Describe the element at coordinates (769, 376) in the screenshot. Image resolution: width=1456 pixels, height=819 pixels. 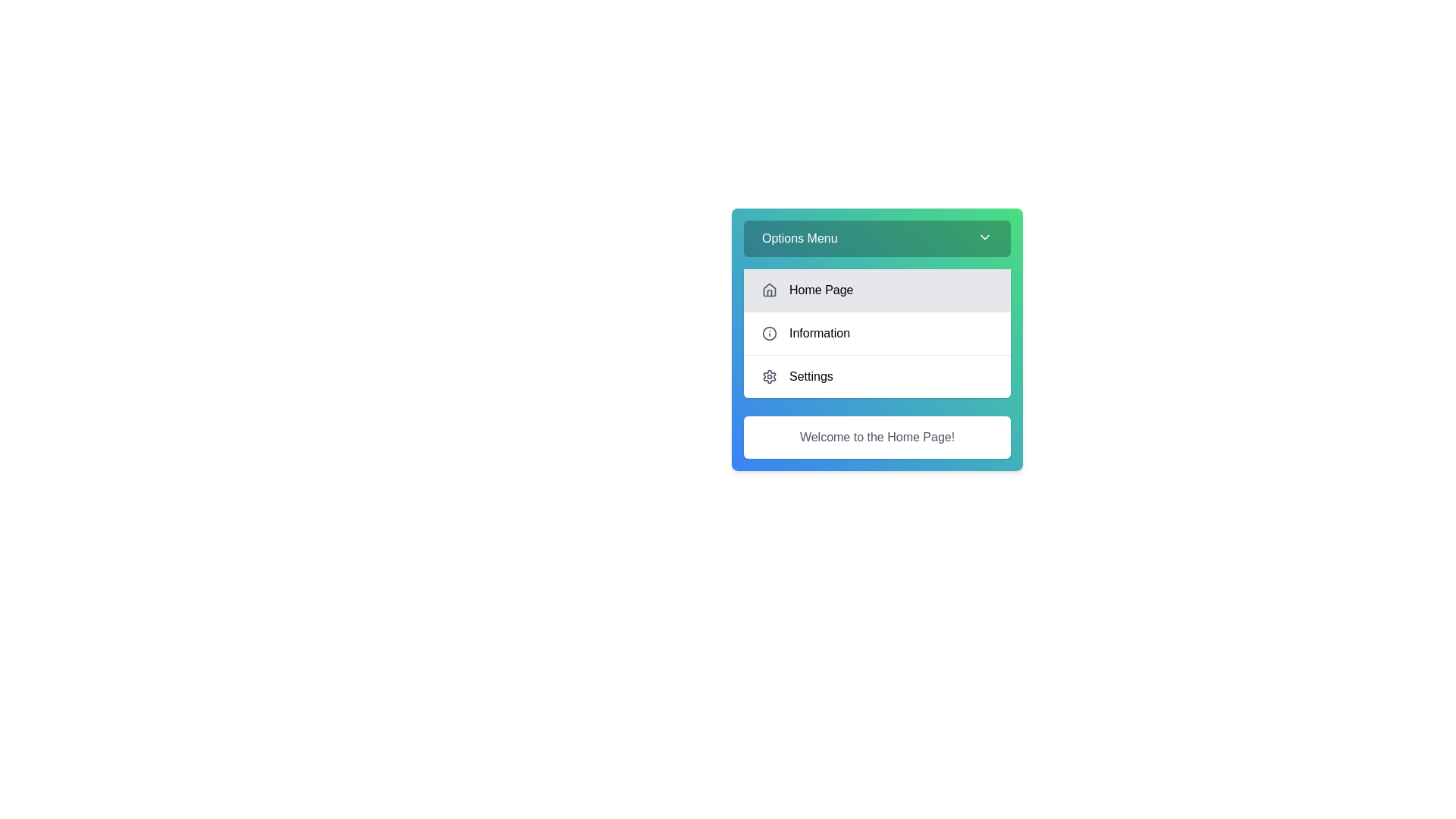
I see `the 'Settings' icon located to the left of the 'Settings' text in the third row of the vertical menu list` at that location.